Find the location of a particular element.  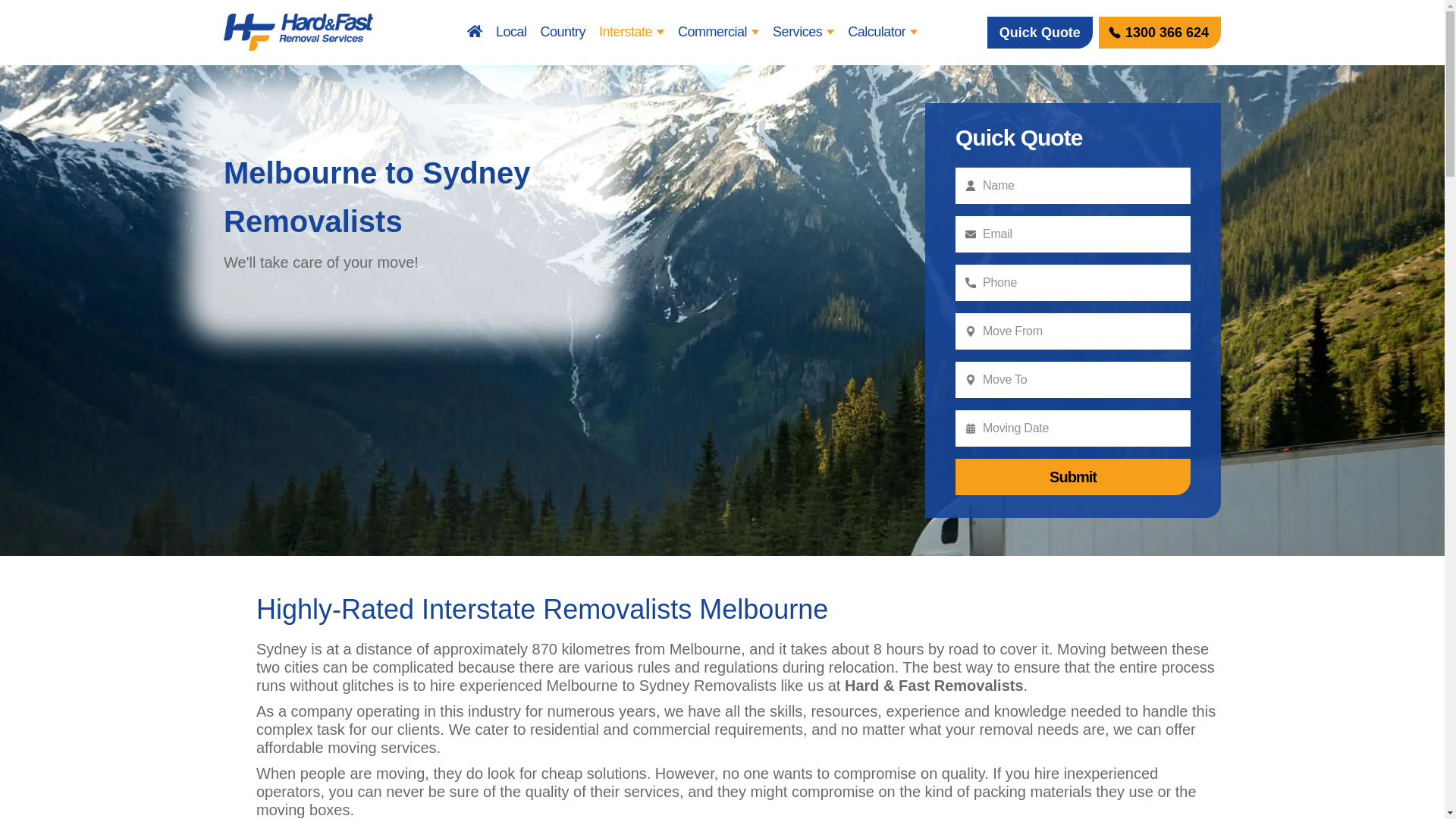

'Submit' is located at coordinates (1072, 475).